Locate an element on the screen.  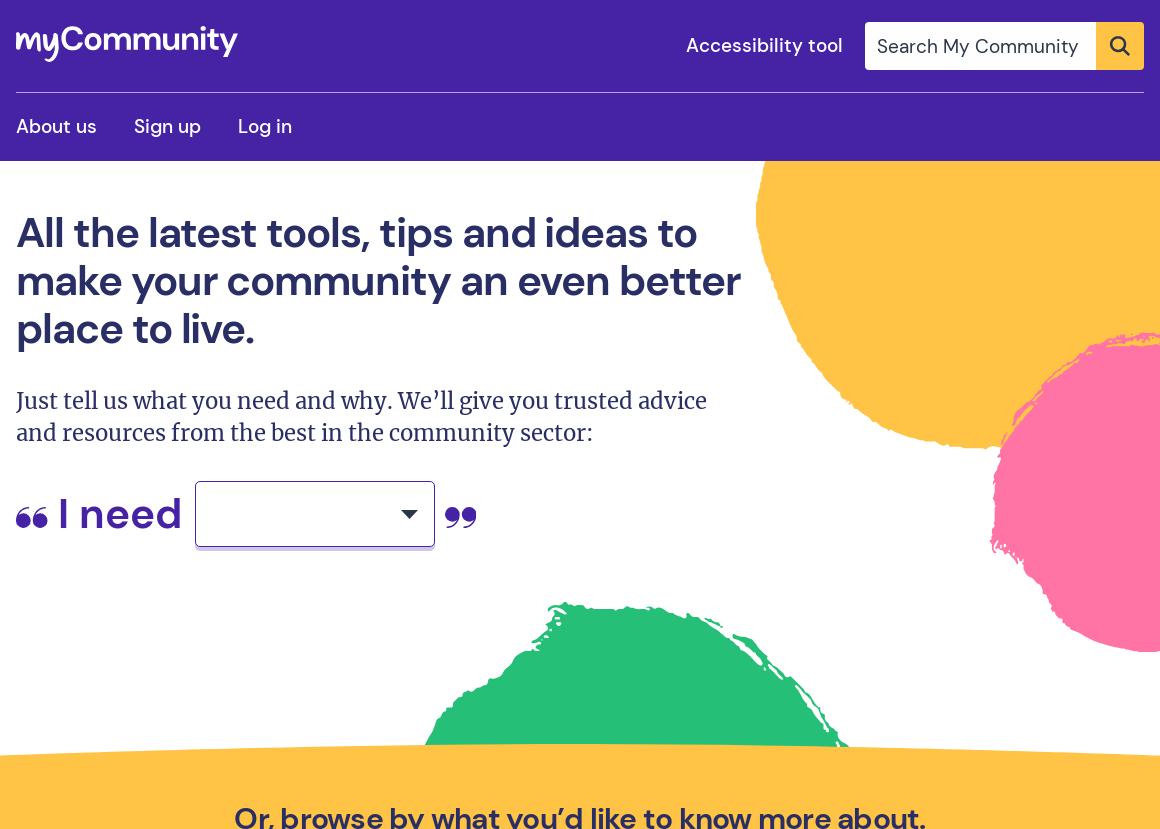
'Log in' is located at coordinates (264, 125).